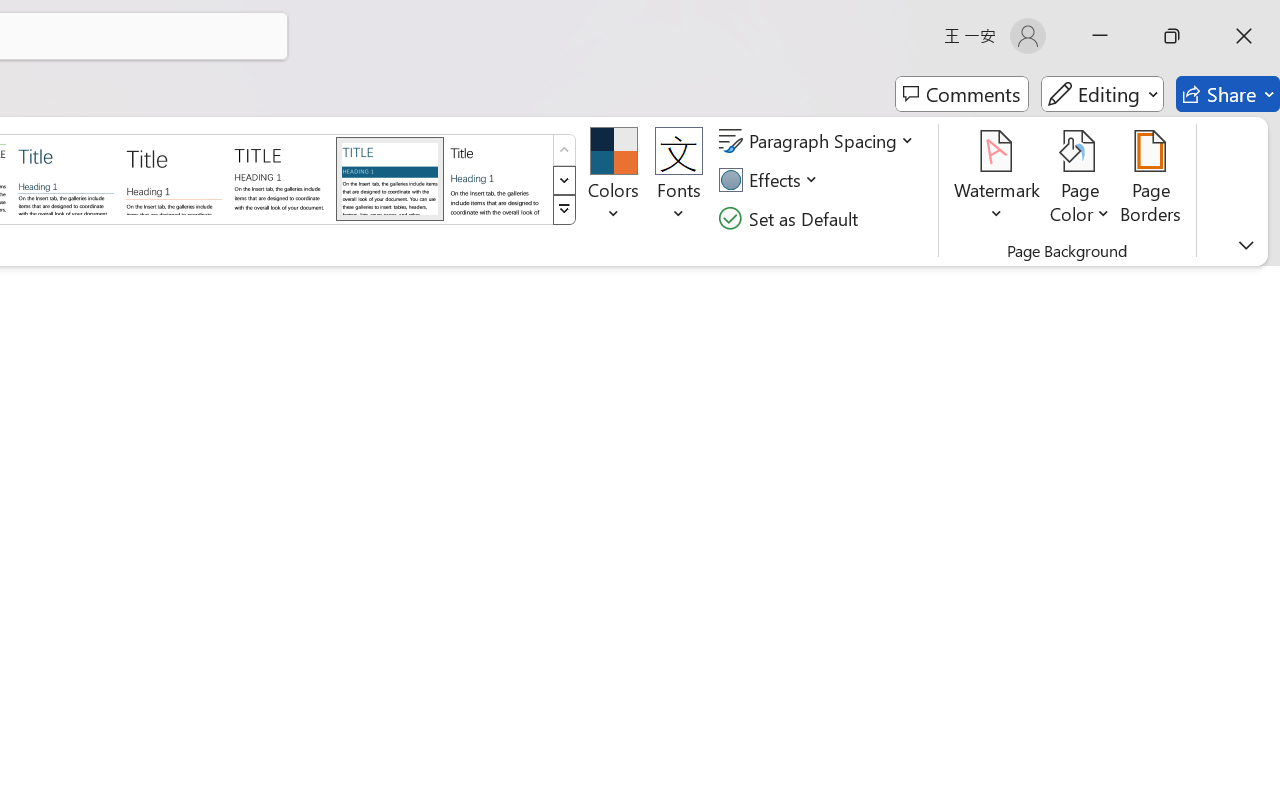  Describe the element at coordinates (564, 210) in the screenshot. I see `'Class: NetUIImage'` at that location.